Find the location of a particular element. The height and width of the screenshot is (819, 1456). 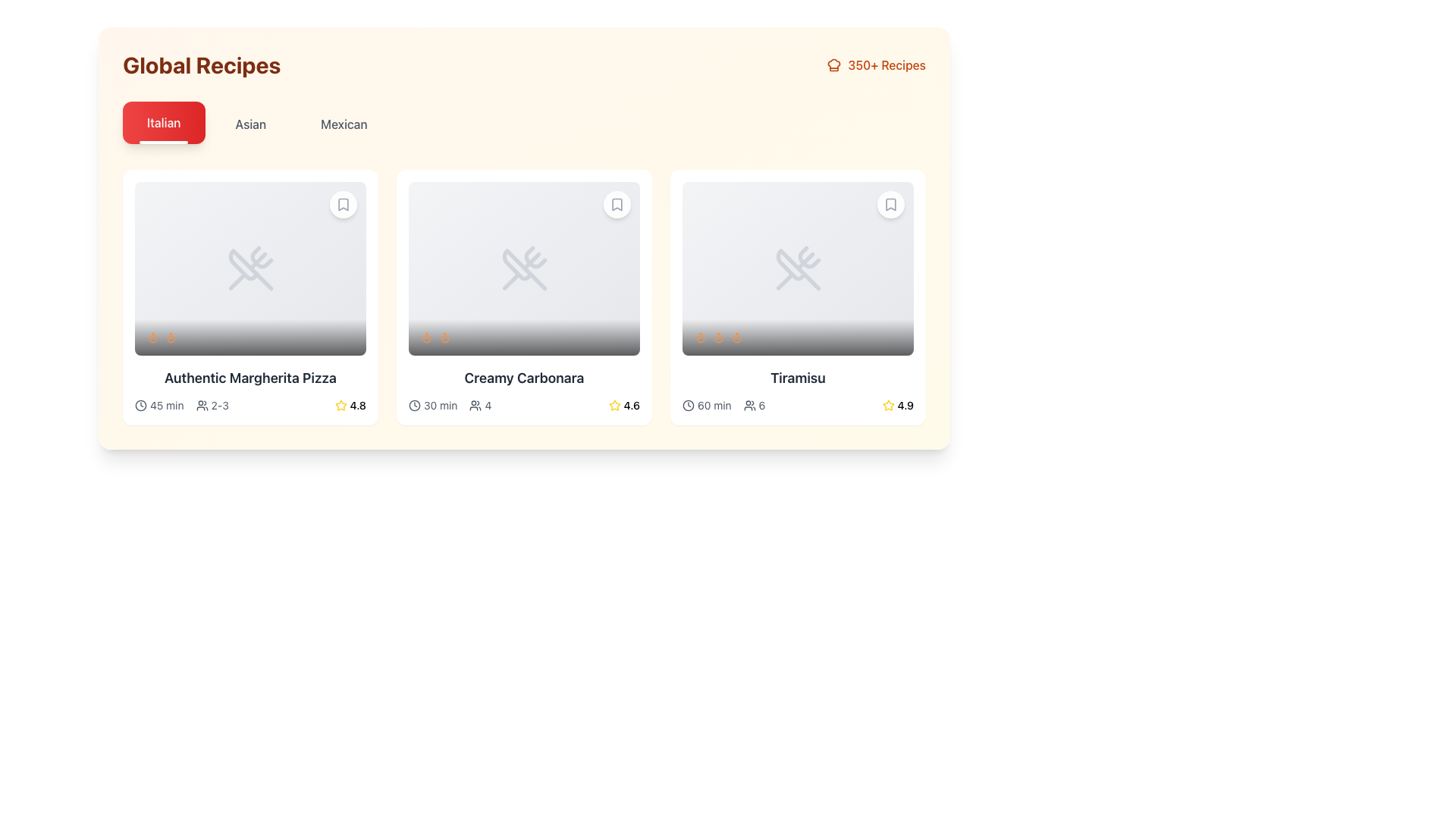

the 'Asian' text label button, which is a rounded rectangle with gray text is located at coordinates (250, 124).